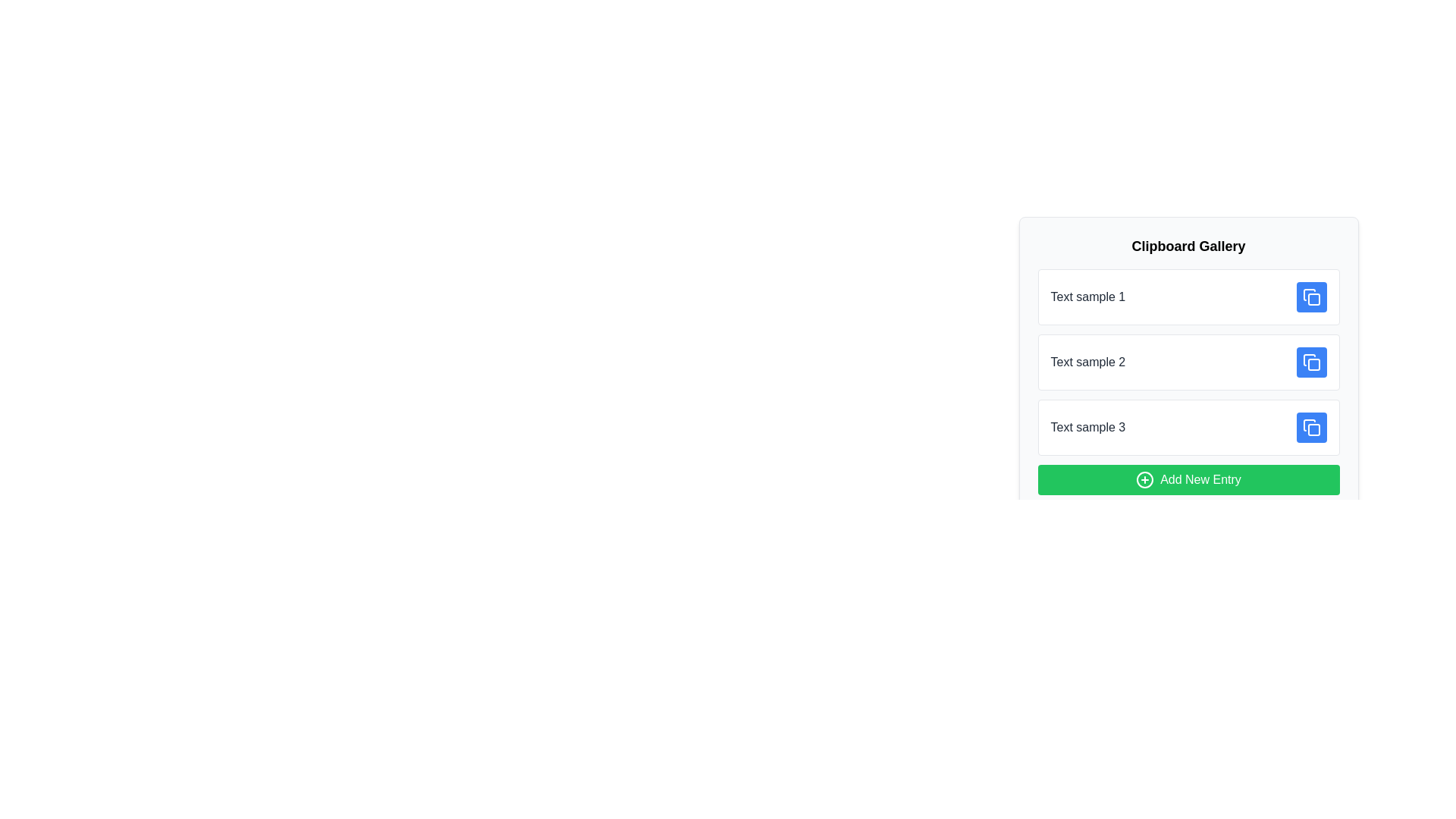  What do you see at coordinates (1310, 362) in the screenshot?
I see `the blue square button with rounded edges featuring a copy icon, located to the right of 'Text sample 2'` at bounding box center [1310, 362].